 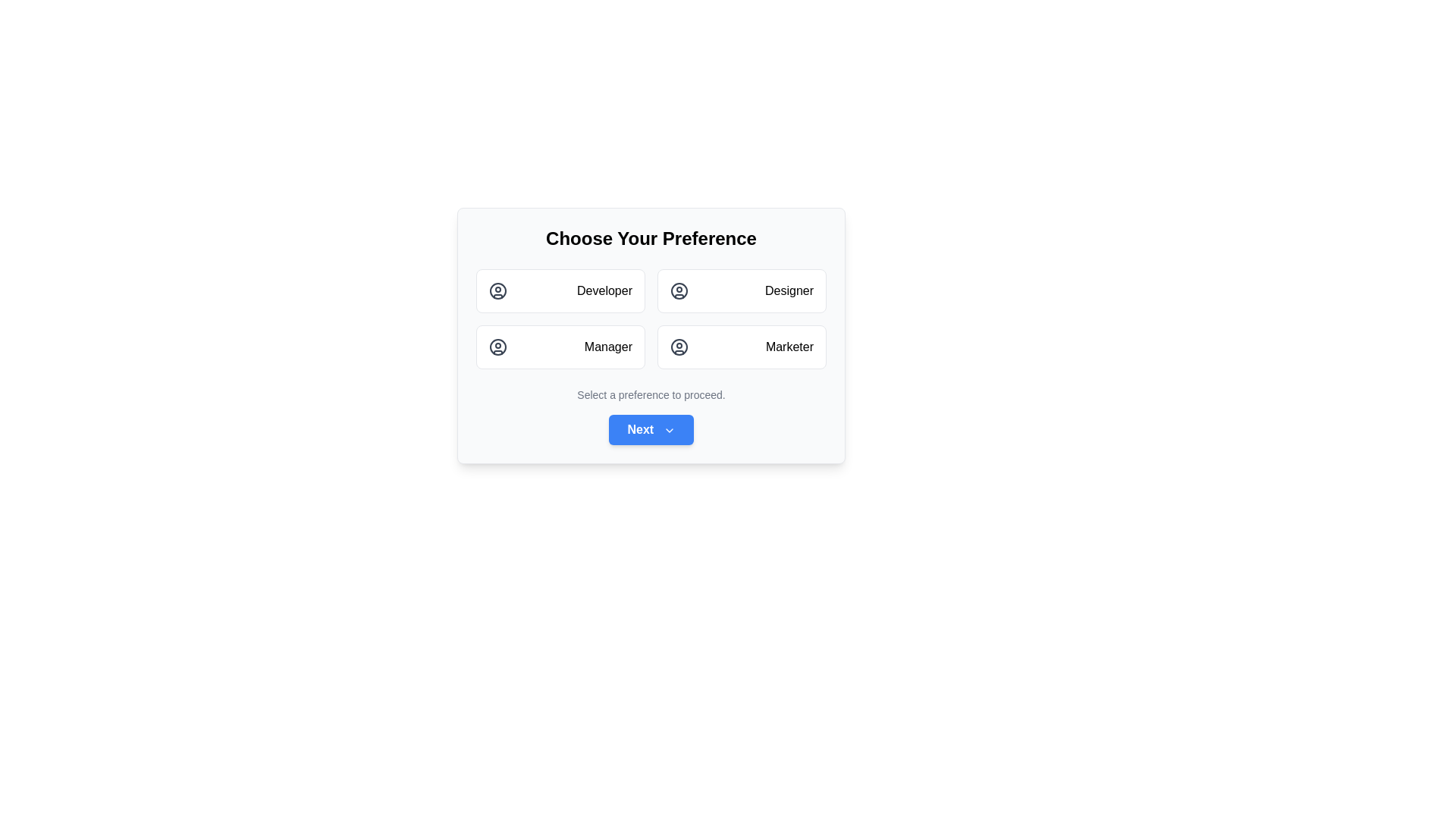 I want to click on the downward chevron icon located to the right of the 'Next' text within the 'Next' button at the bottom right corner of the card, so click(x=668, y=430).